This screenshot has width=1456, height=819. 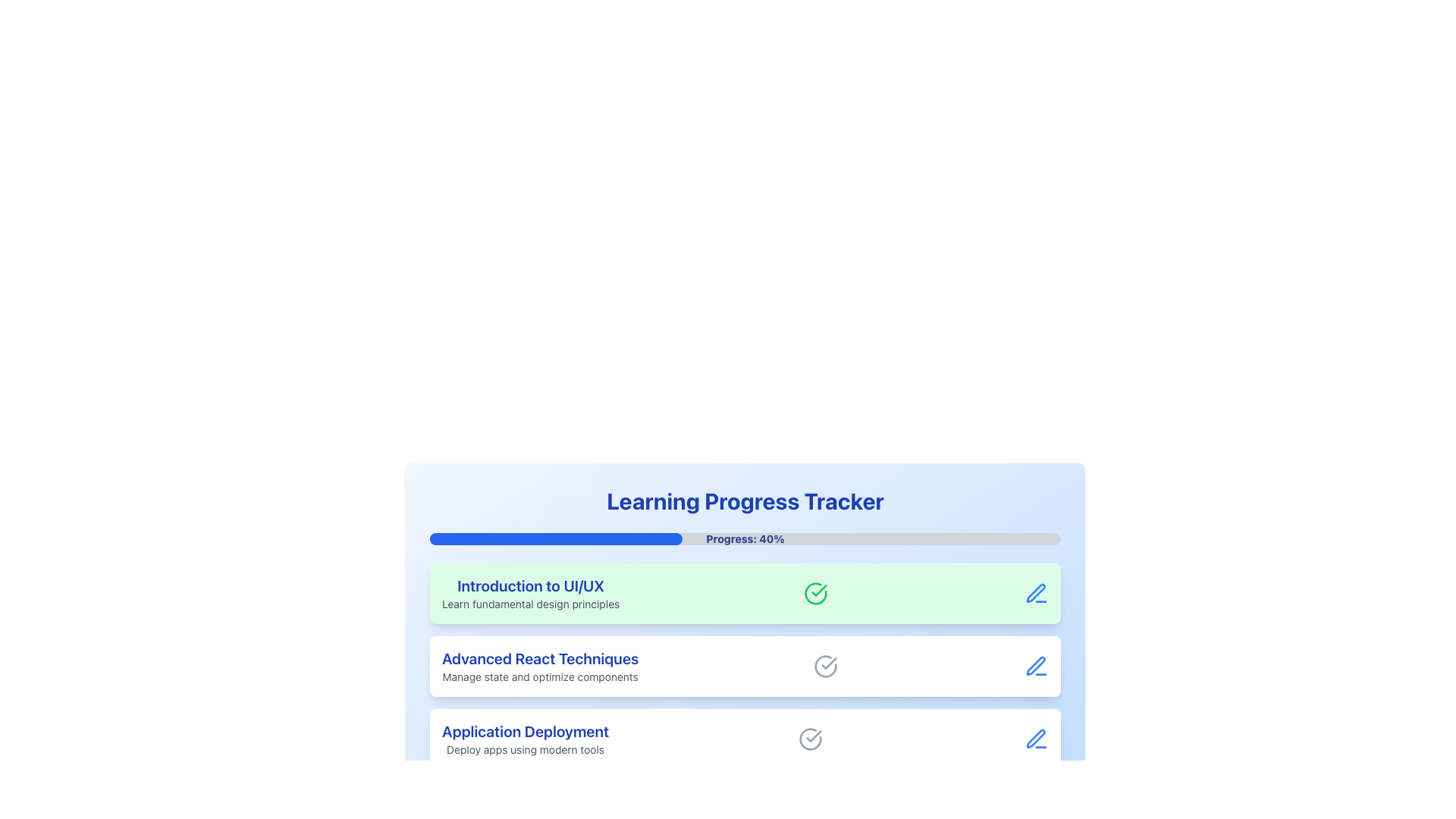 What do you see at coordinates (526, 730) in the screenshot?
I see `the 'Application Deployment' header text` at bounding box center [526, 730].